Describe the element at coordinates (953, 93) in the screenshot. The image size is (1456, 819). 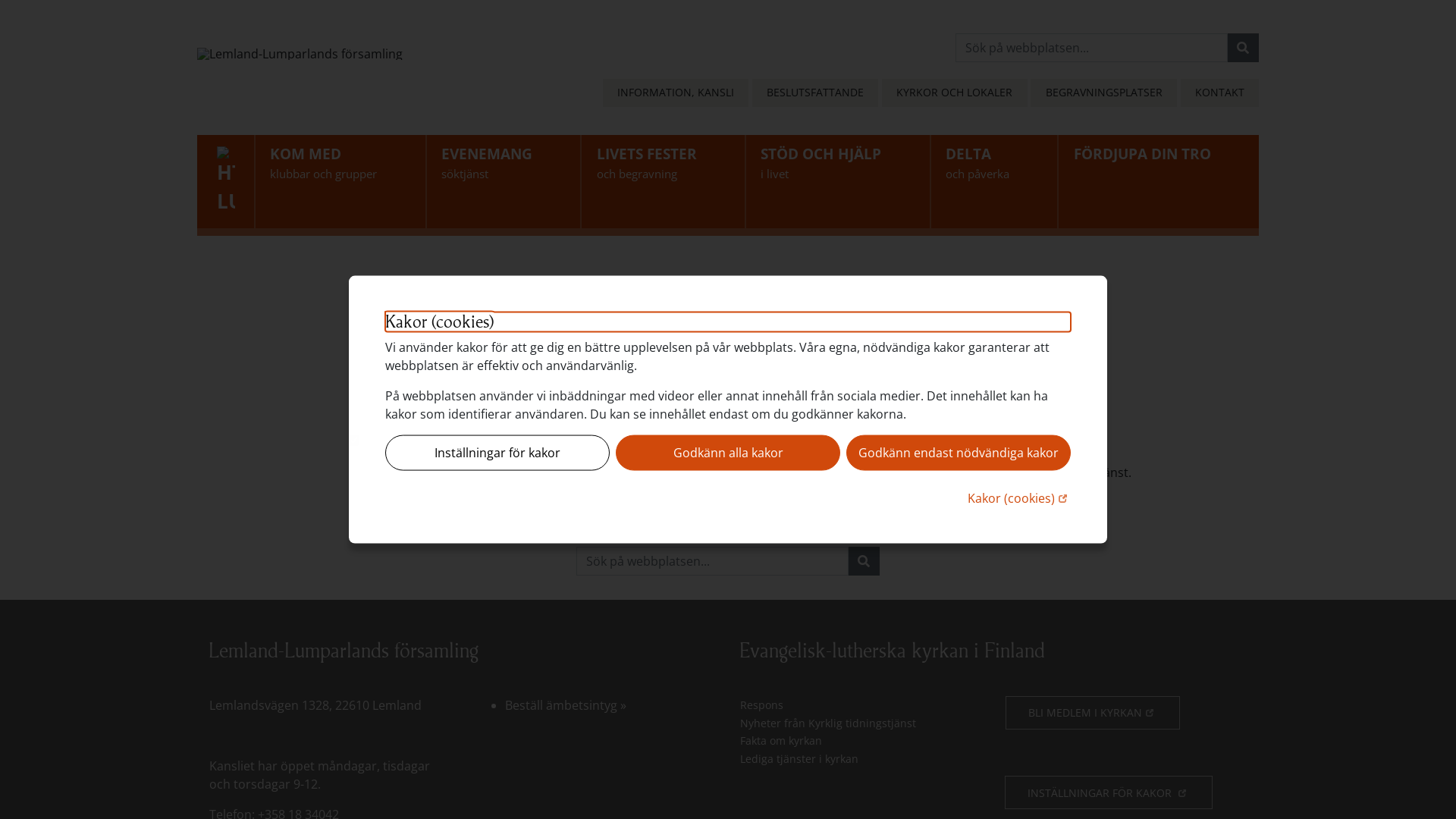
I see `'KYRKOR OCH LOKALER'` at that location.